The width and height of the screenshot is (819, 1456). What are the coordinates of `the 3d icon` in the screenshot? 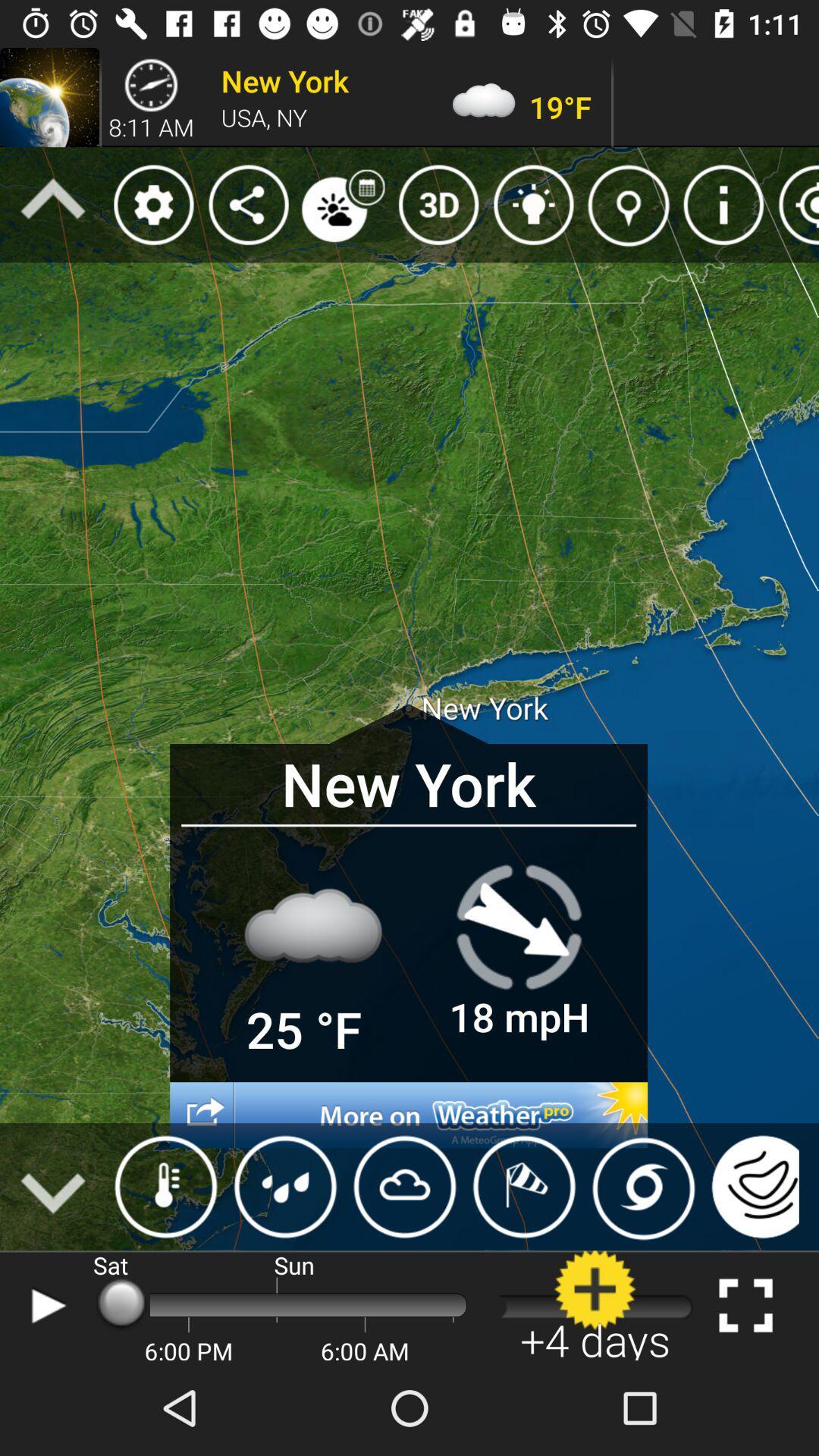 It's located at (438, 204).